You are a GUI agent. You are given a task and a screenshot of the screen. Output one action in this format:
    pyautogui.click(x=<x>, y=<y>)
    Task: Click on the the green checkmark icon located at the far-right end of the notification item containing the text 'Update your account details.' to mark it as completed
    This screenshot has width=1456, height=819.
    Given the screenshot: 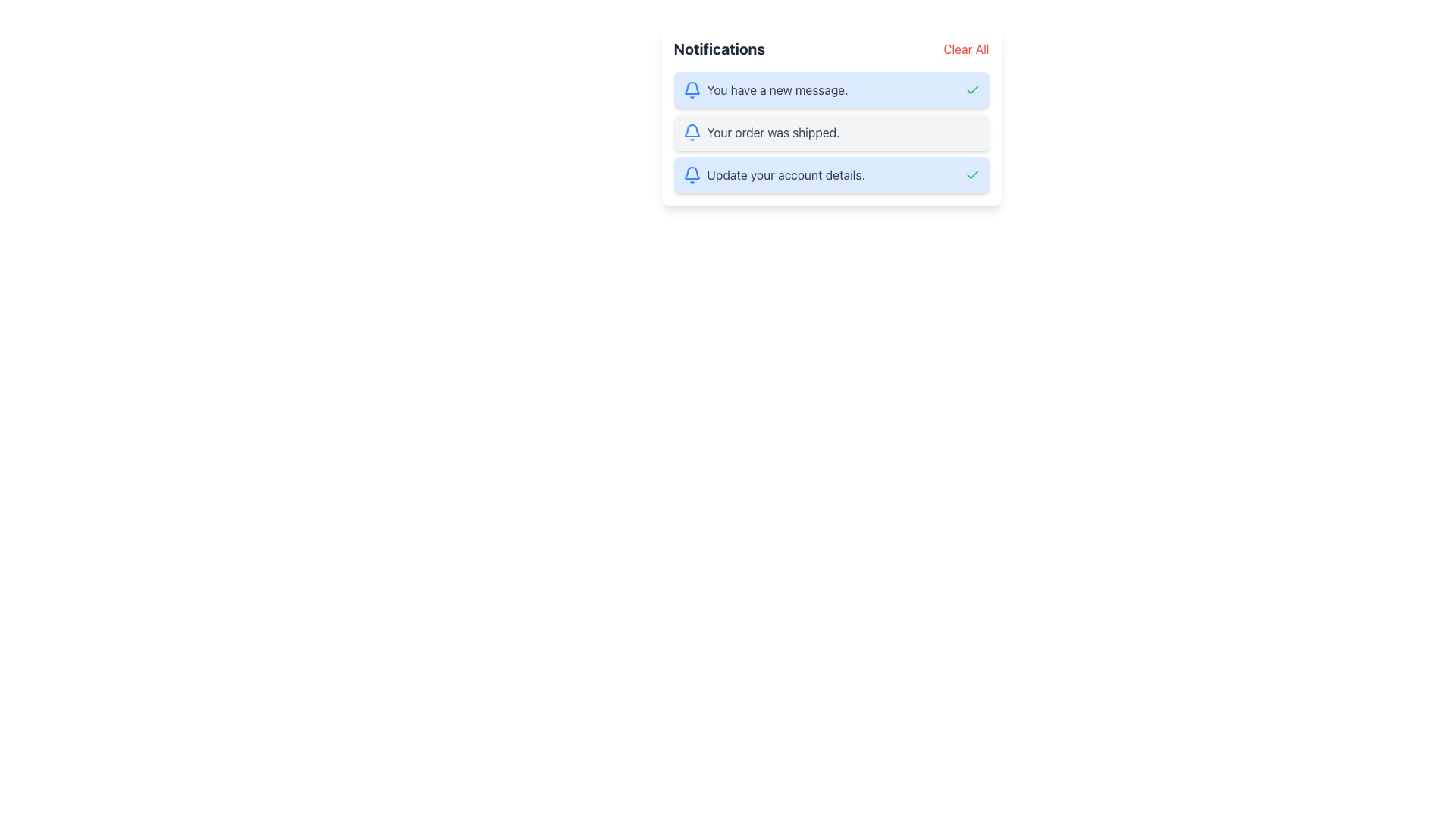 What is the action you would take?
    pyautogui.click(x=972, y=174)
    